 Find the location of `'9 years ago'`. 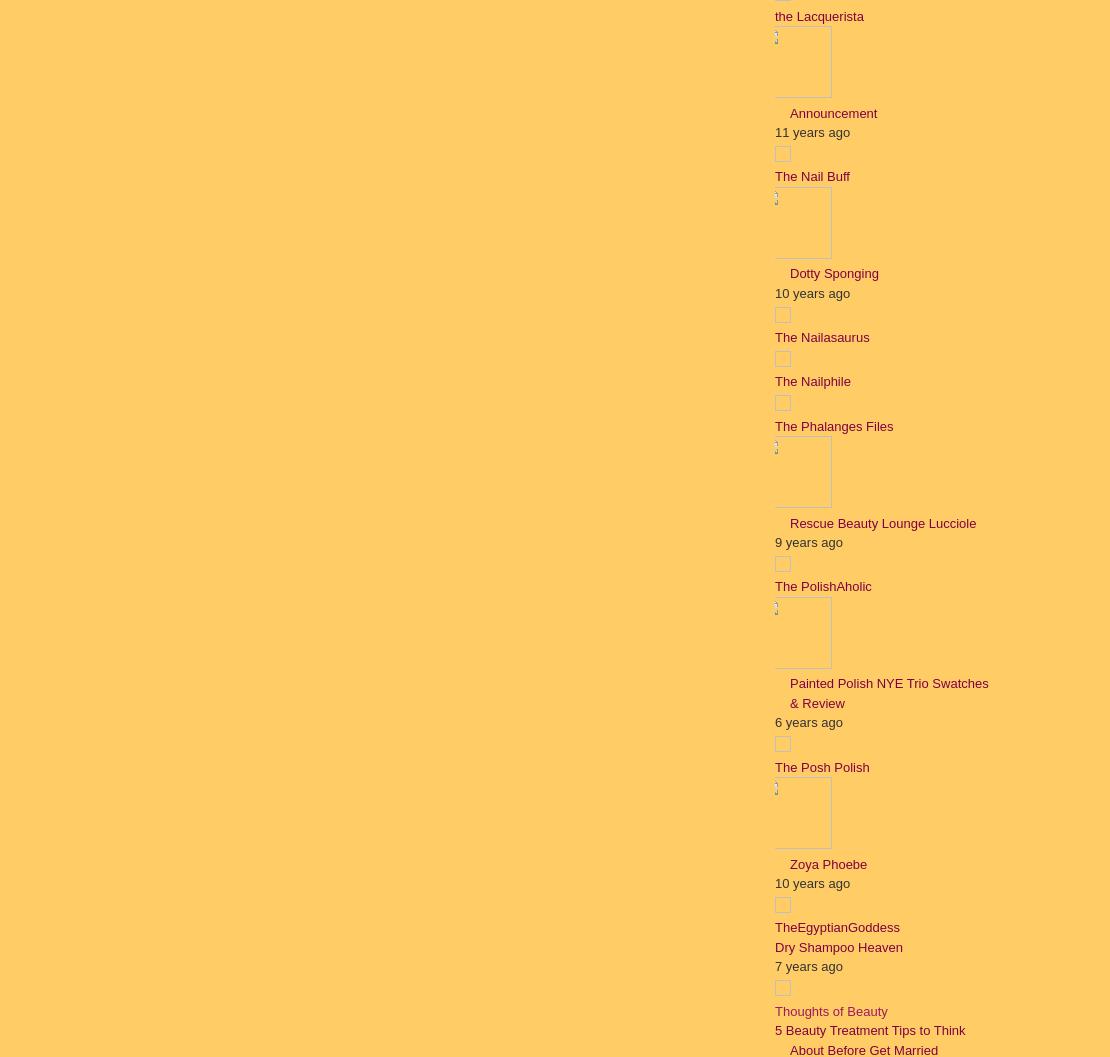

'9 years ago' is located at coordinates (808, 541).